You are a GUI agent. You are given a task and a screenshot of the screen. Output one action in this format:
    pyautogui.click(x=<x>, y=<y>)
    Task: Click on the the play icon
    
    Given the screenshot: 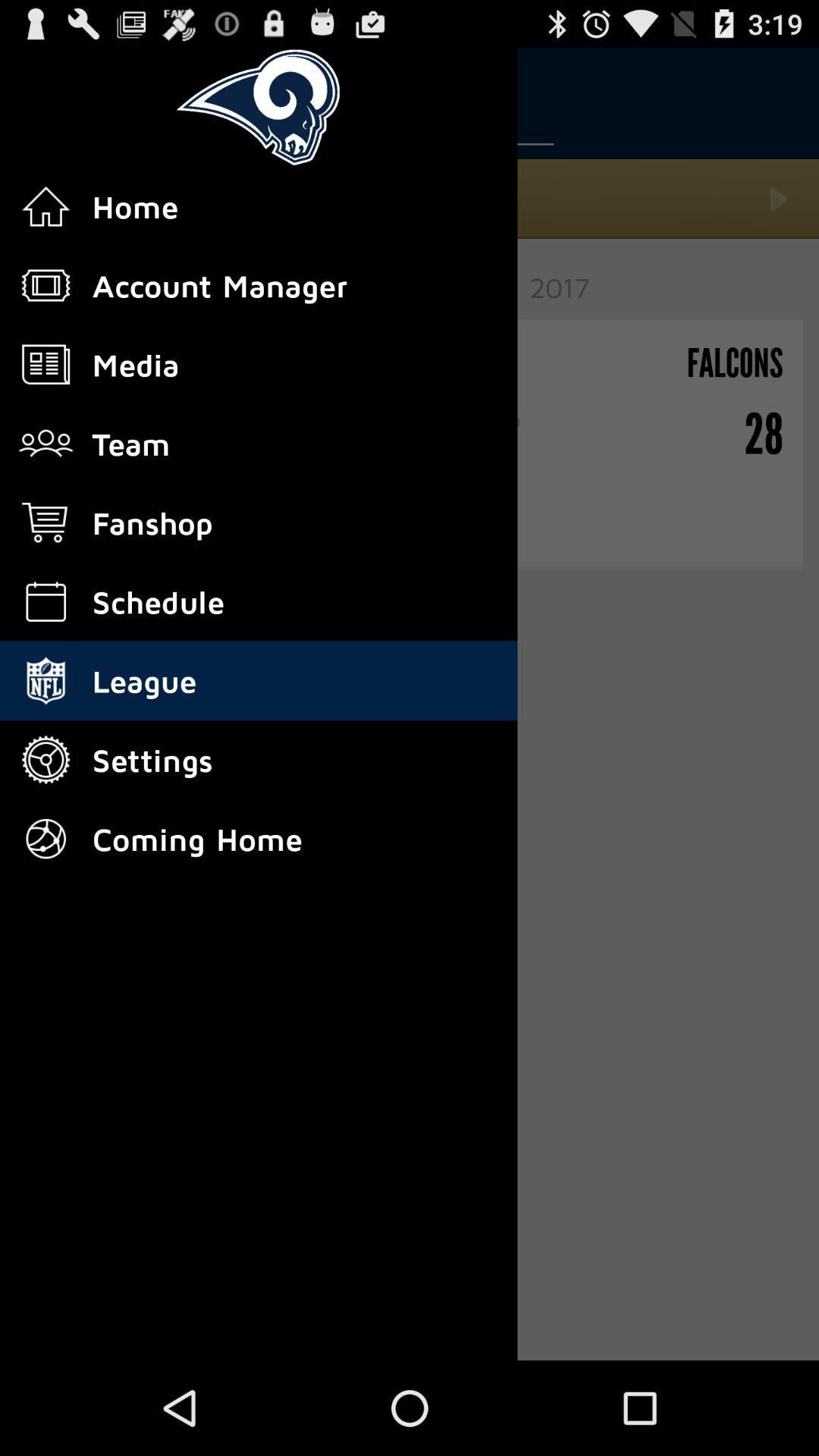 What is the action you would take?
    pyautogui.click(x=779, y=212)
    